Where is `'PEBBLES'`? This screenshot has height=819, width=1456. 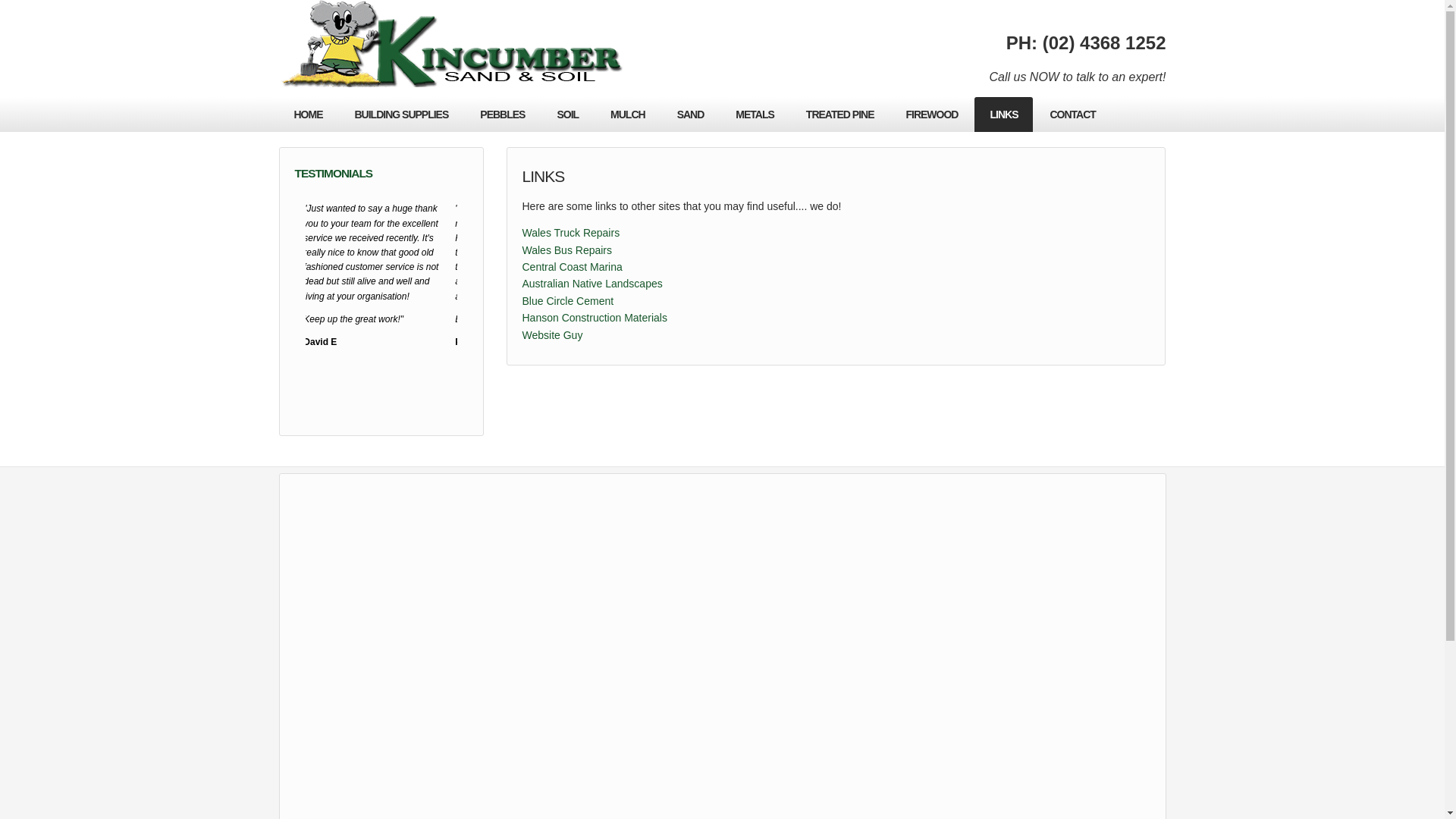 'PEBBLES' is located at coordinates (502, 113).